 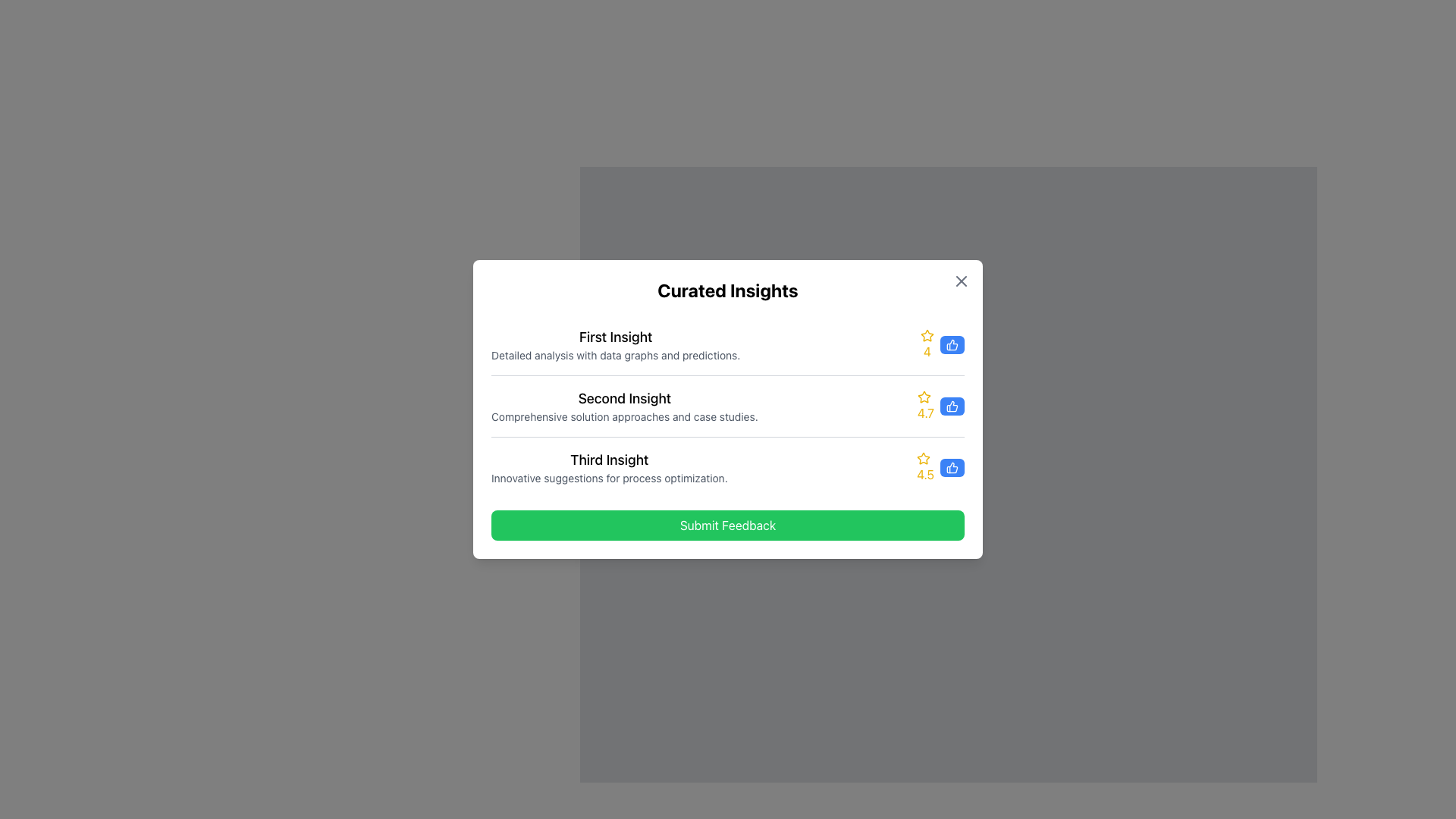 What do you see at coordinates (923, 457) in the screenshot?
I see `the star icon representing the rating feature for 'Third Insight', which is located adjacent to the '4.5' rating text` at bounding box center [923, 457].